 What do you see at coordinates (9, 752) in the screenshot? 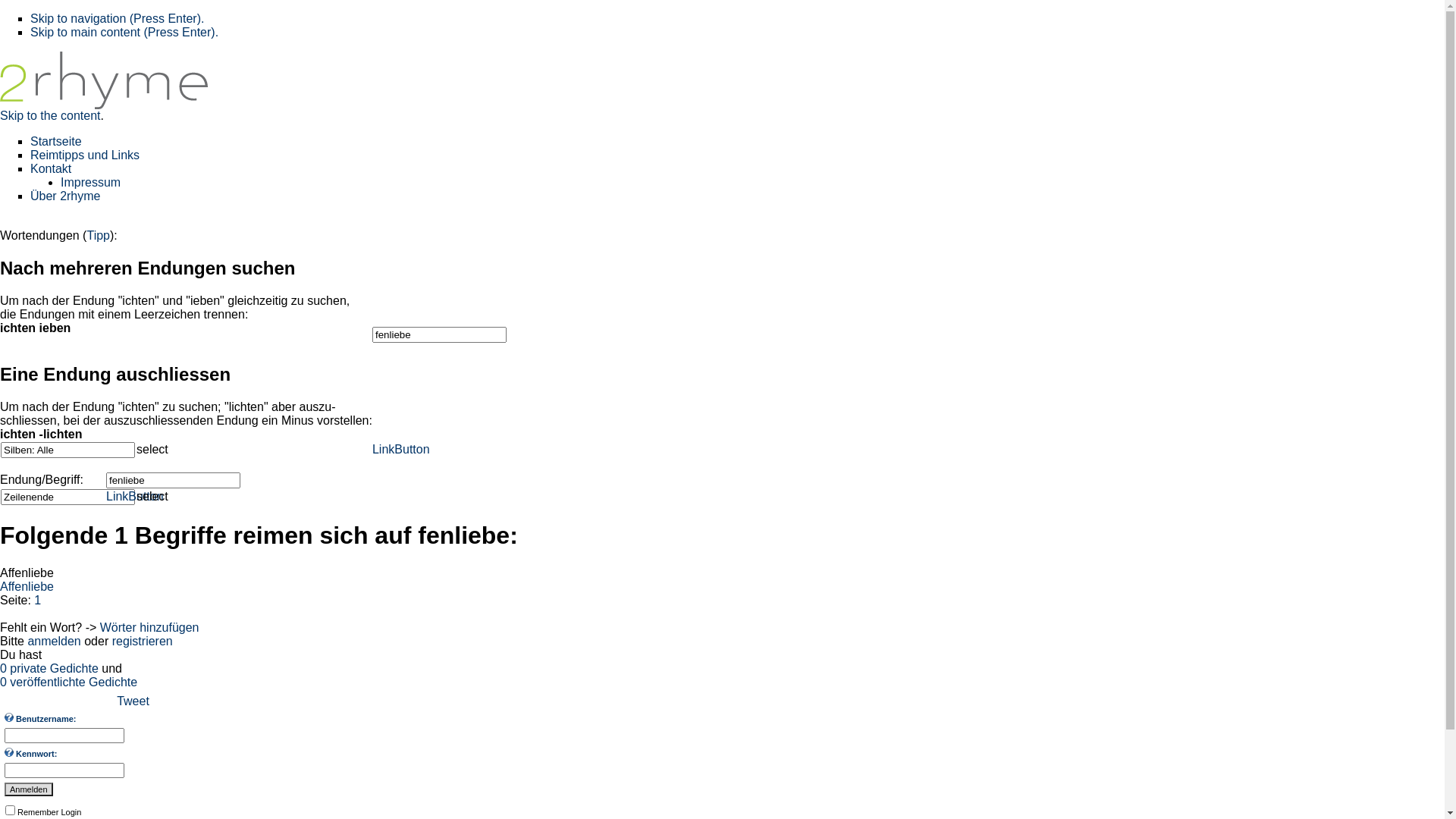
I see `'Geben Sie Ihr Kennwort ein.'` at bounding box center [9, 752].